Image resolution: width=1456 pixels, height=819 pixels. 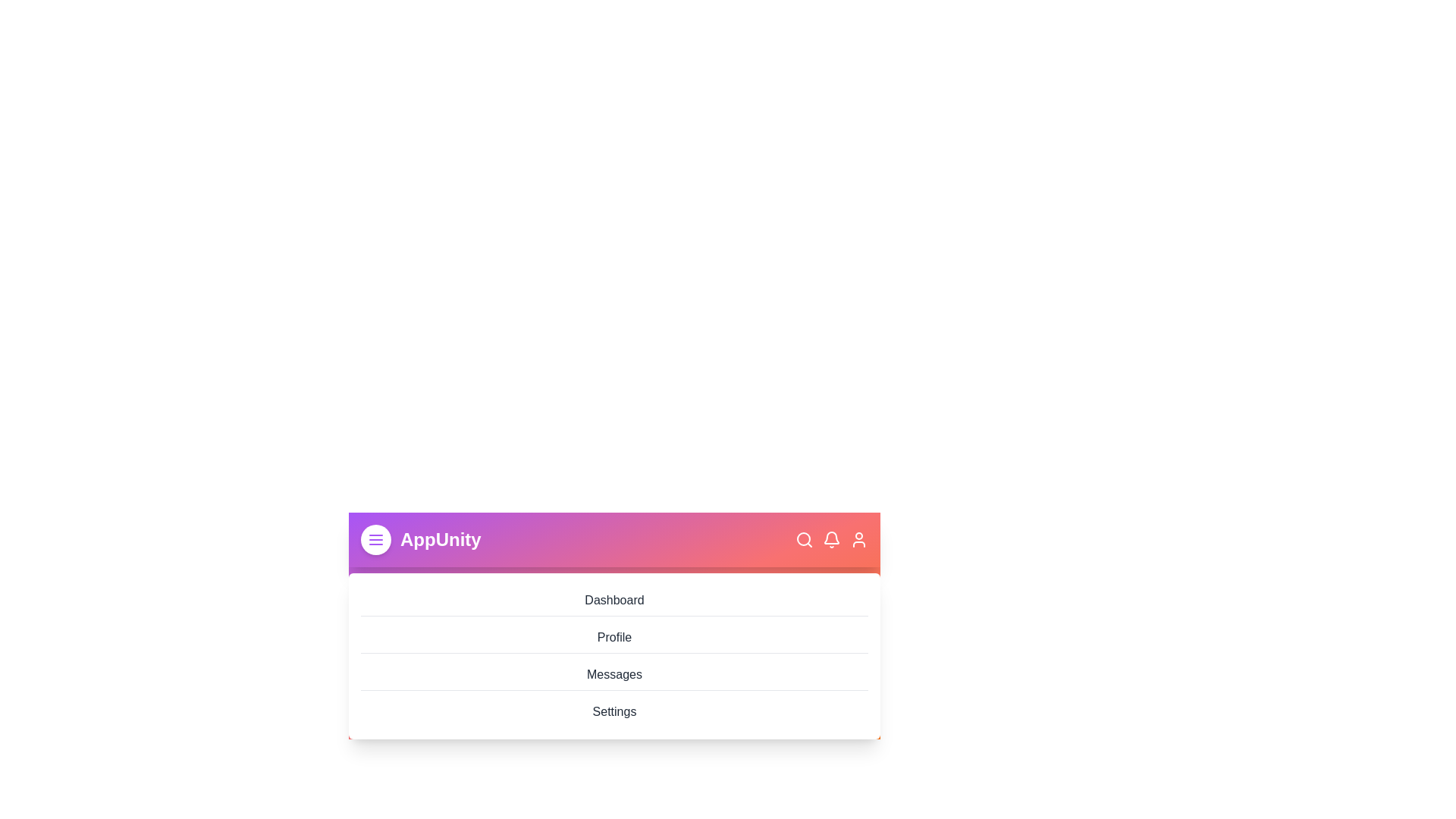 What do you see at coordinates (831, 539) in the screenshot?
I see `the specified icon: notifications` at bounding box center [831, 539].